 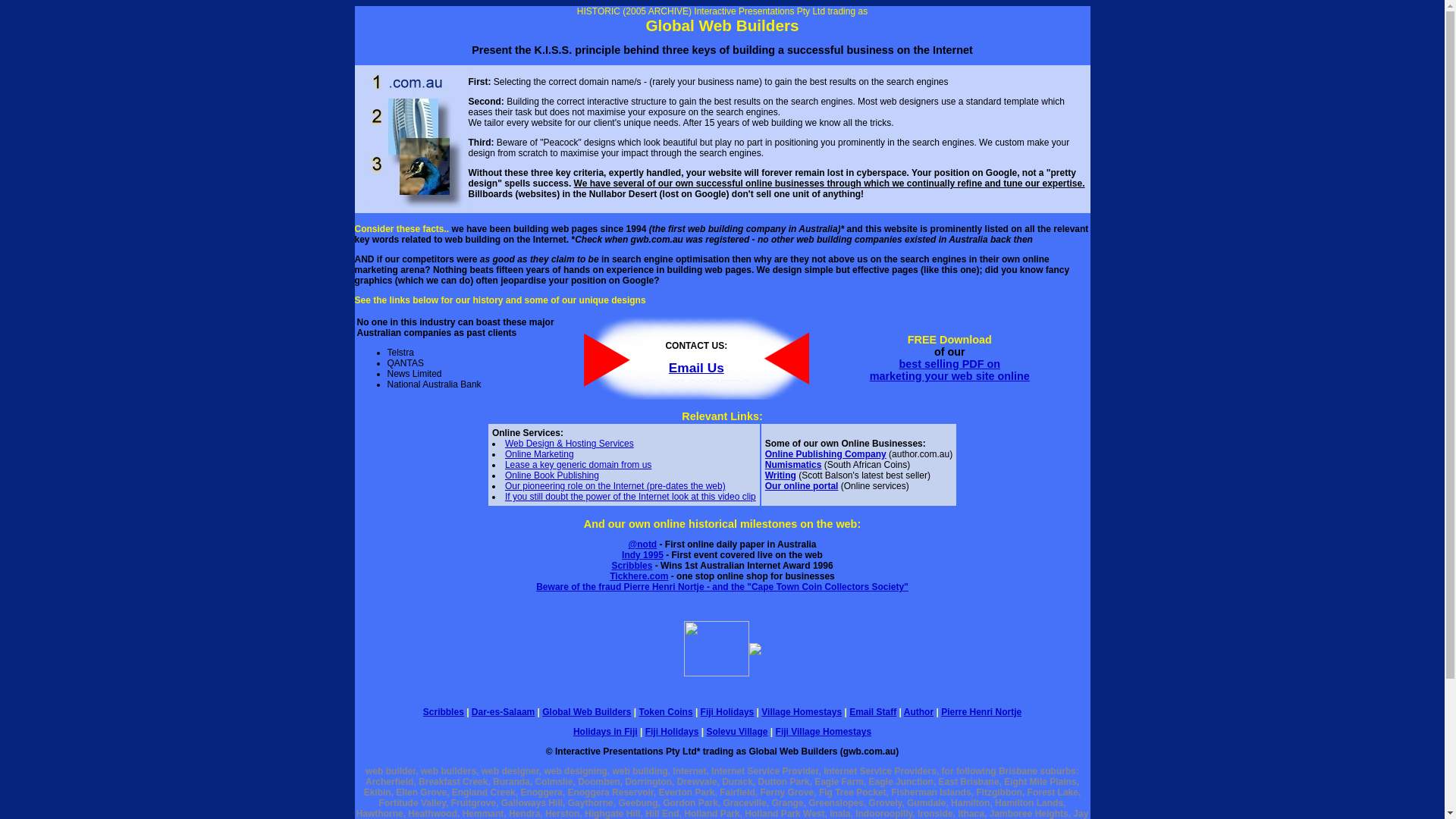 I want to click on 'Email Staff', so click(x=873, y=711).